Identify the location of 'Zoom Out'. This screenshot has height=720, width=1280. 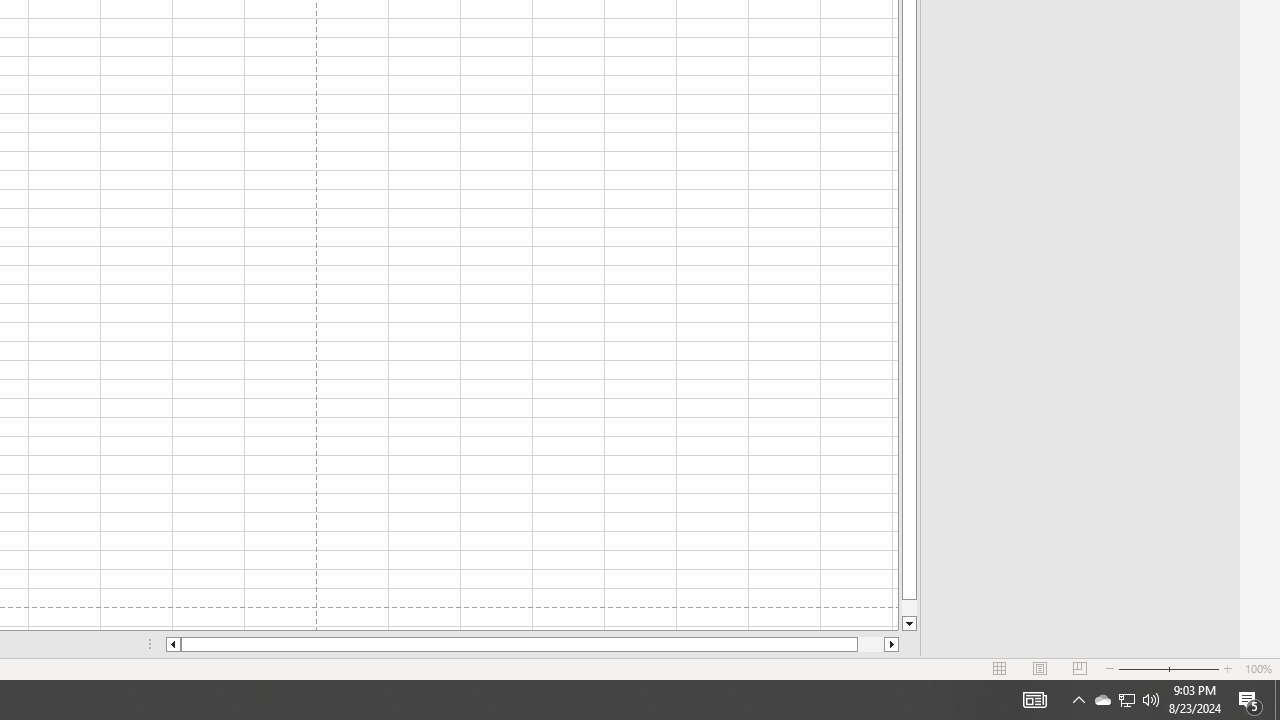
(1143, 669).